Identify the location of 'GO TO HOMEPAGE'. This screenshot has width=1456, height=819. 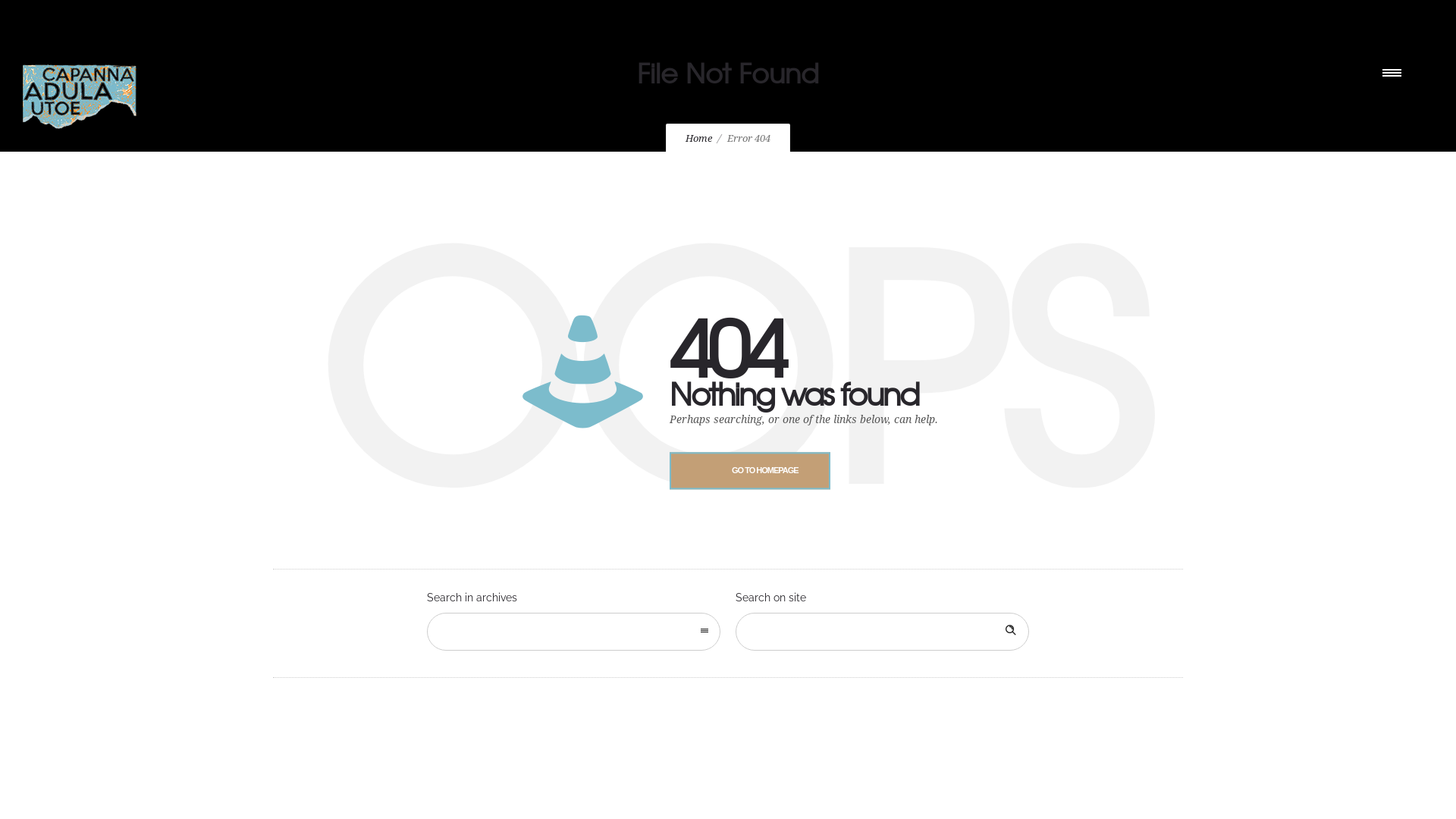
(749, 469).